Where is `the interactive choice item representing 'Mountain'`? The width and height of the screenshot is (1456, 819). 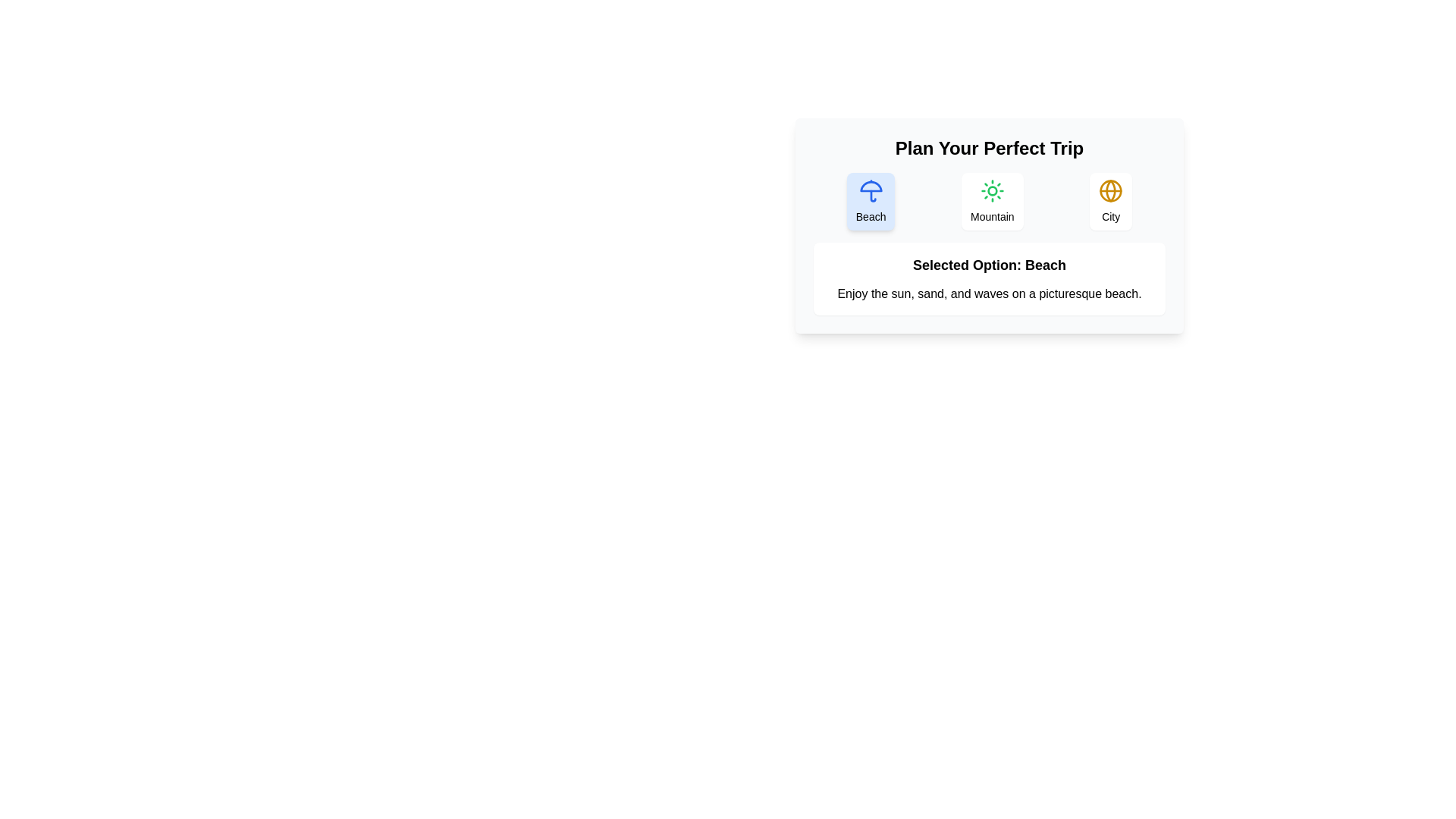 the interactive choice item representing 'Mountain' is located at coordinates (990, 201).